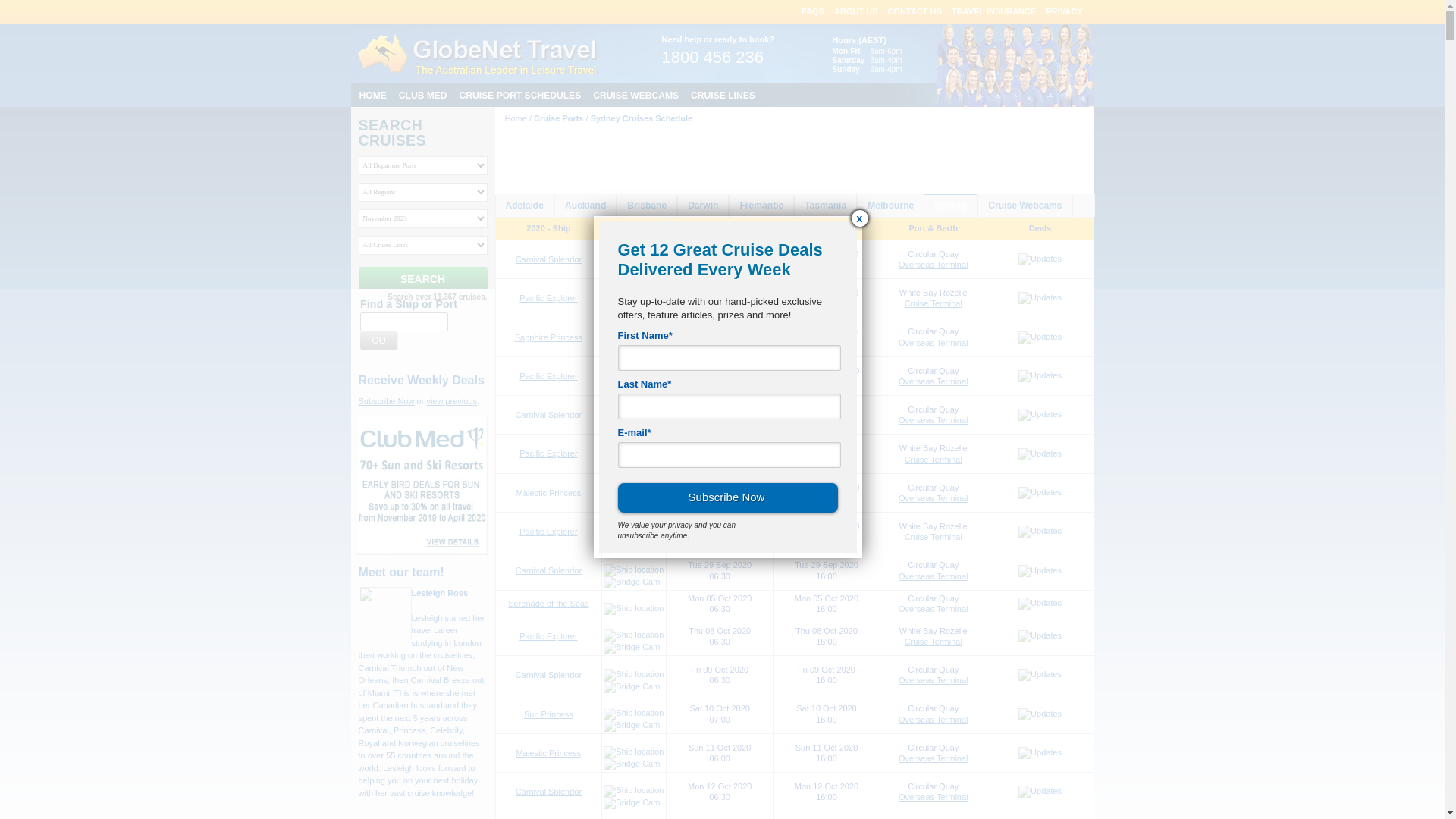 Image resolution: width=1456 pixels, height=819 pixels. What do you see at coordinates (1018, 636) in the screenshot?
I see `'Updates'` at bounding box center [1018, 636].